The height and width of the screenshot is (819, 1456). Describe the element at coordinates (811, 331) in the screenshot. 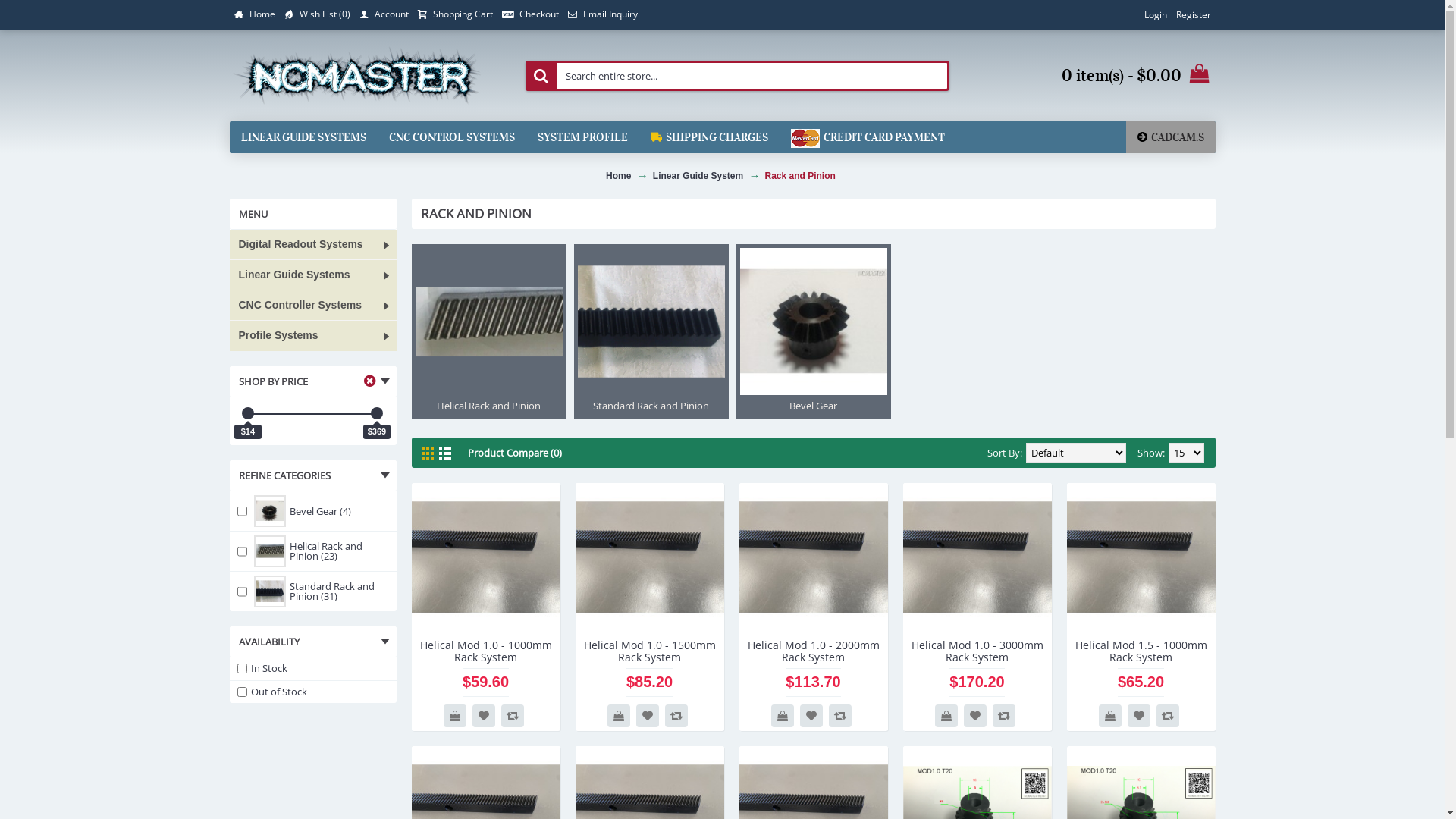

I see `'Bevel Gear'` at that location.